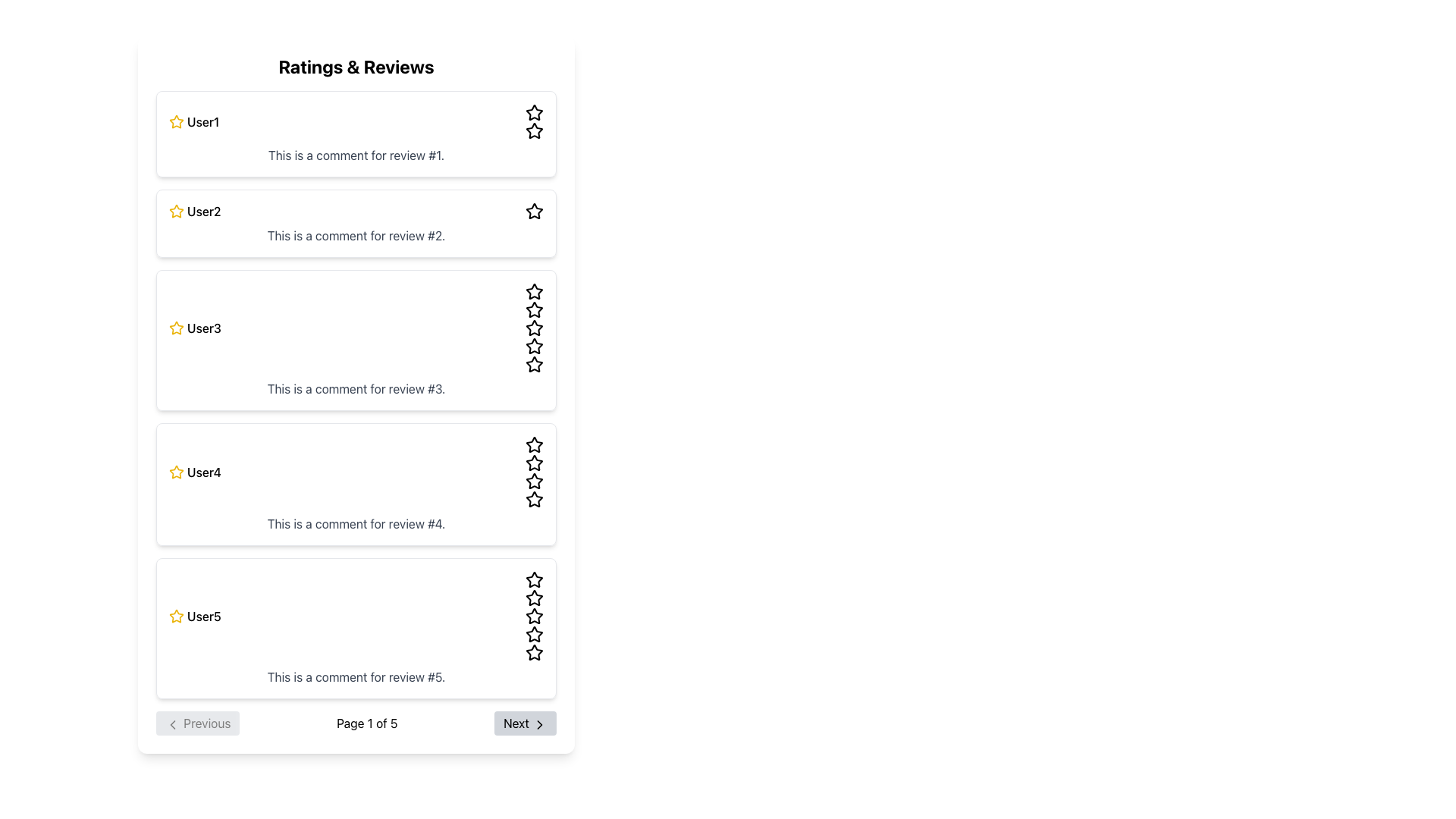  What do you see at coordinates (356, 676) in the screenshot?
I see `the text within the text label reading 'This is a comment for review #5.', which is styled with gray text on a white background and located below the user name 'User5' and star rating elements` at bounding box center [356, 676].